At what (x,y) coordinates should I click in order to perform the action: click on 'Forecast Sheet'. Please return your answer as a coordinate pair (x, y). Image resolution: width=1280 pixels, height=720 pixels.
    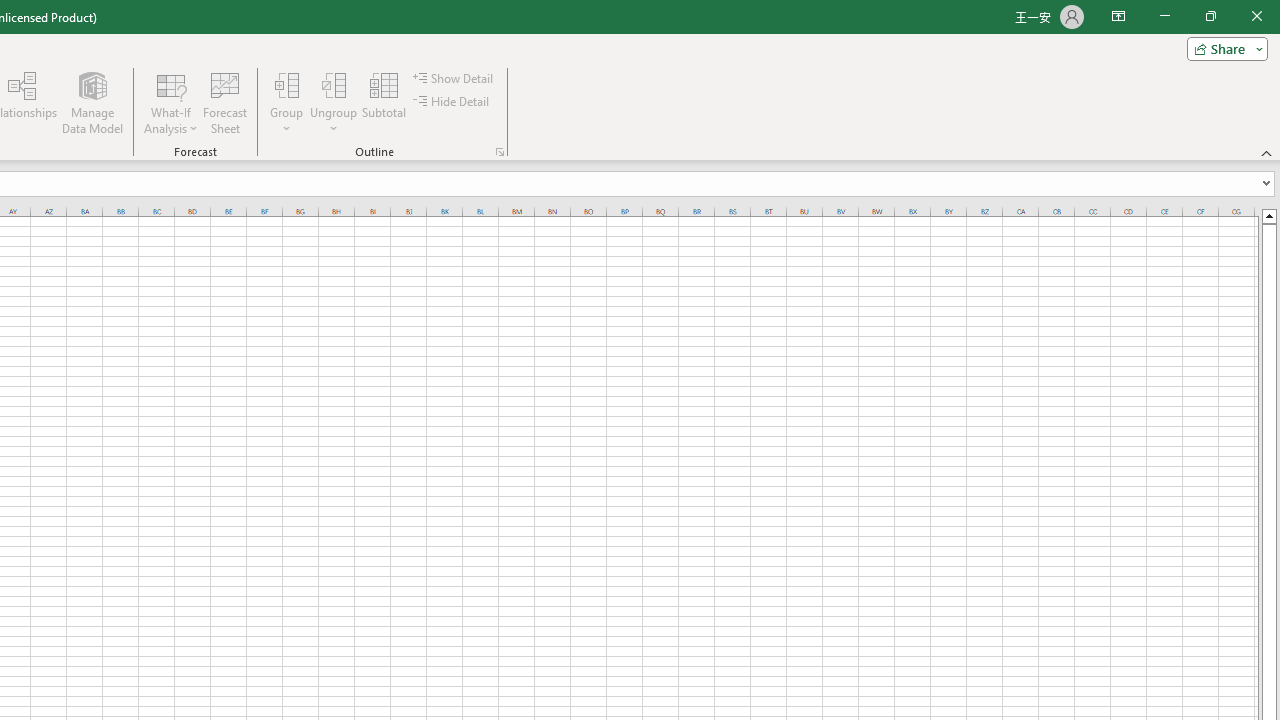
    Looking at the image, I should click on (225, 103).